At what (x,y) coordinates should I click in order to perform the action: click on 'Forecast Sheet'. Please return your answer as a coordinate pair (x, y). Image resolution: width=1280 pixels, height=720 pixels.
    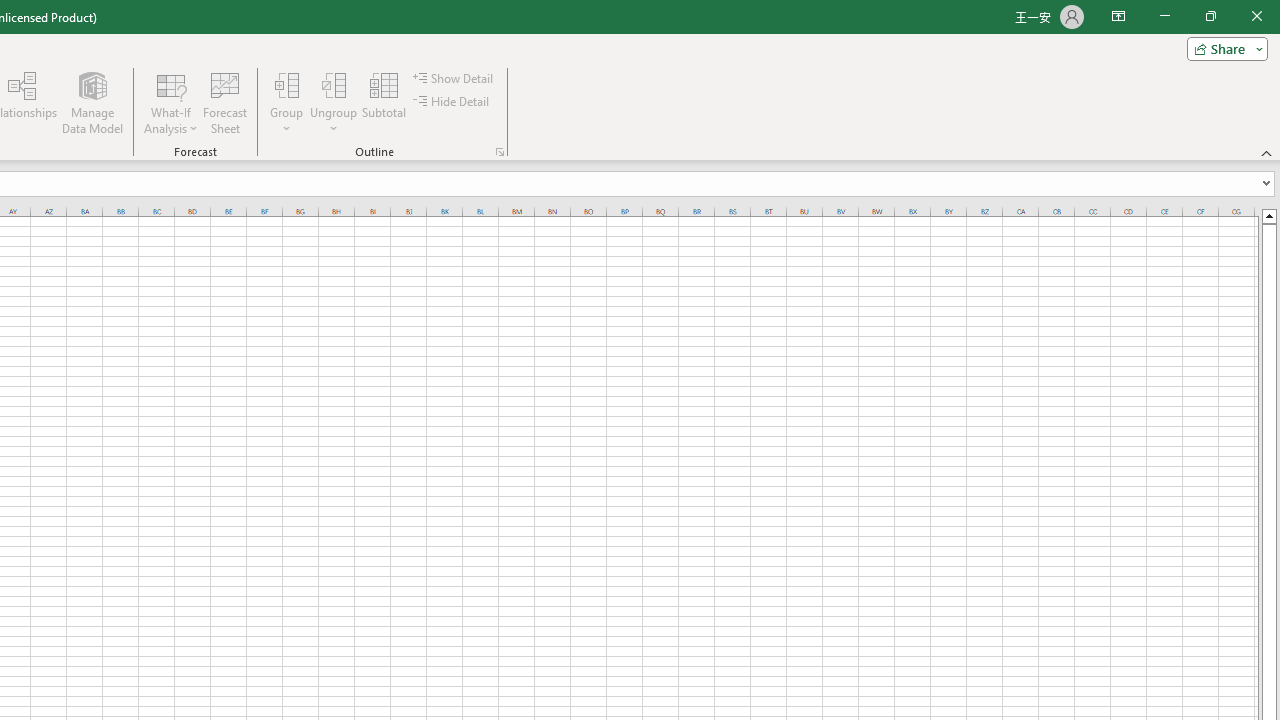
    Looking at the image, I should click on (225, 103).